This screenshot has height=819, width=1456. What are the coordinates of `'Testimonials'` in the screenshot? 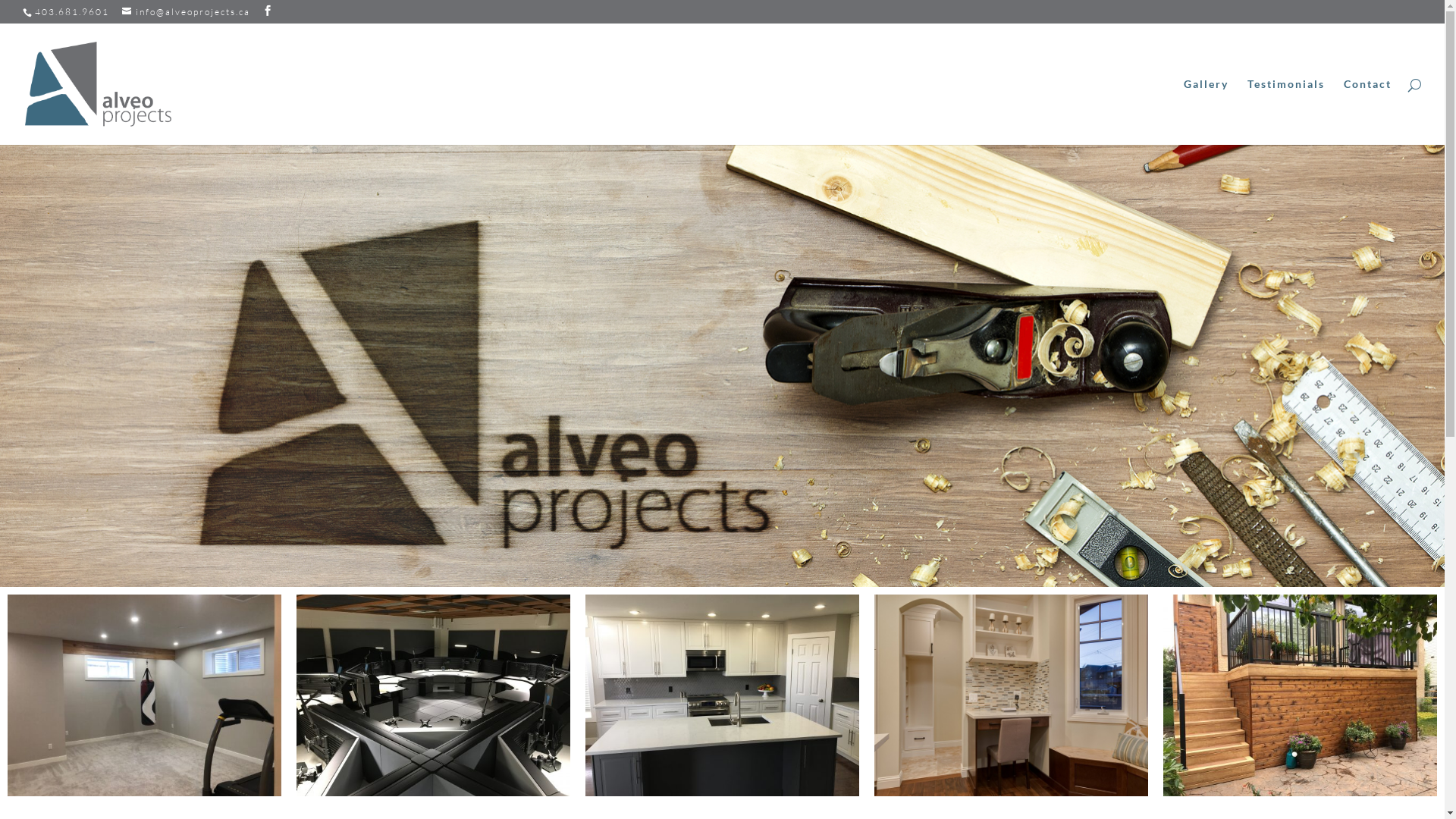 It's located at (1285, 111).